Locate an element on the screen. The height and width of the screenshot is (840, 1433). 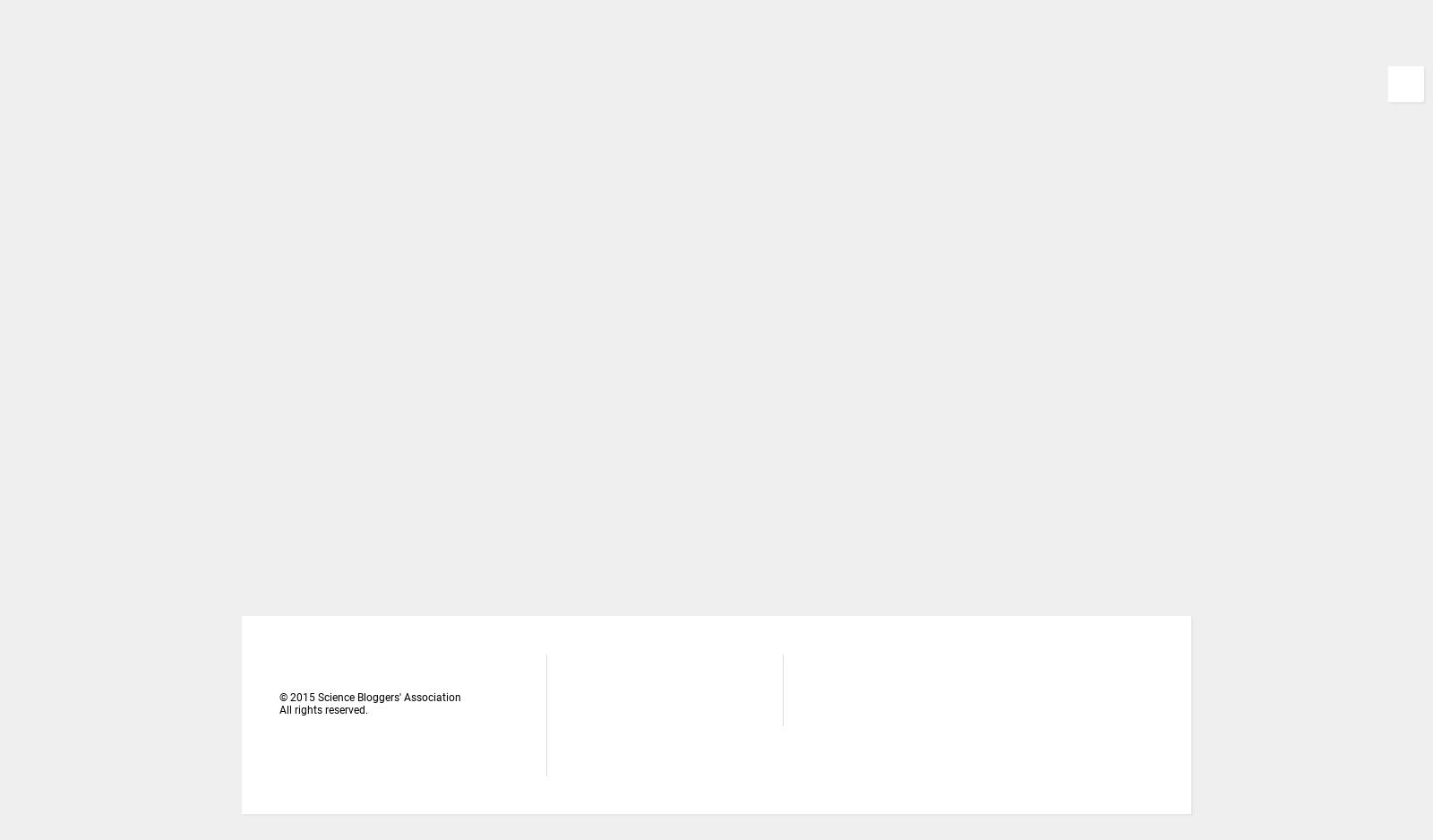
'twitter' is located at coordinates (869, 695).